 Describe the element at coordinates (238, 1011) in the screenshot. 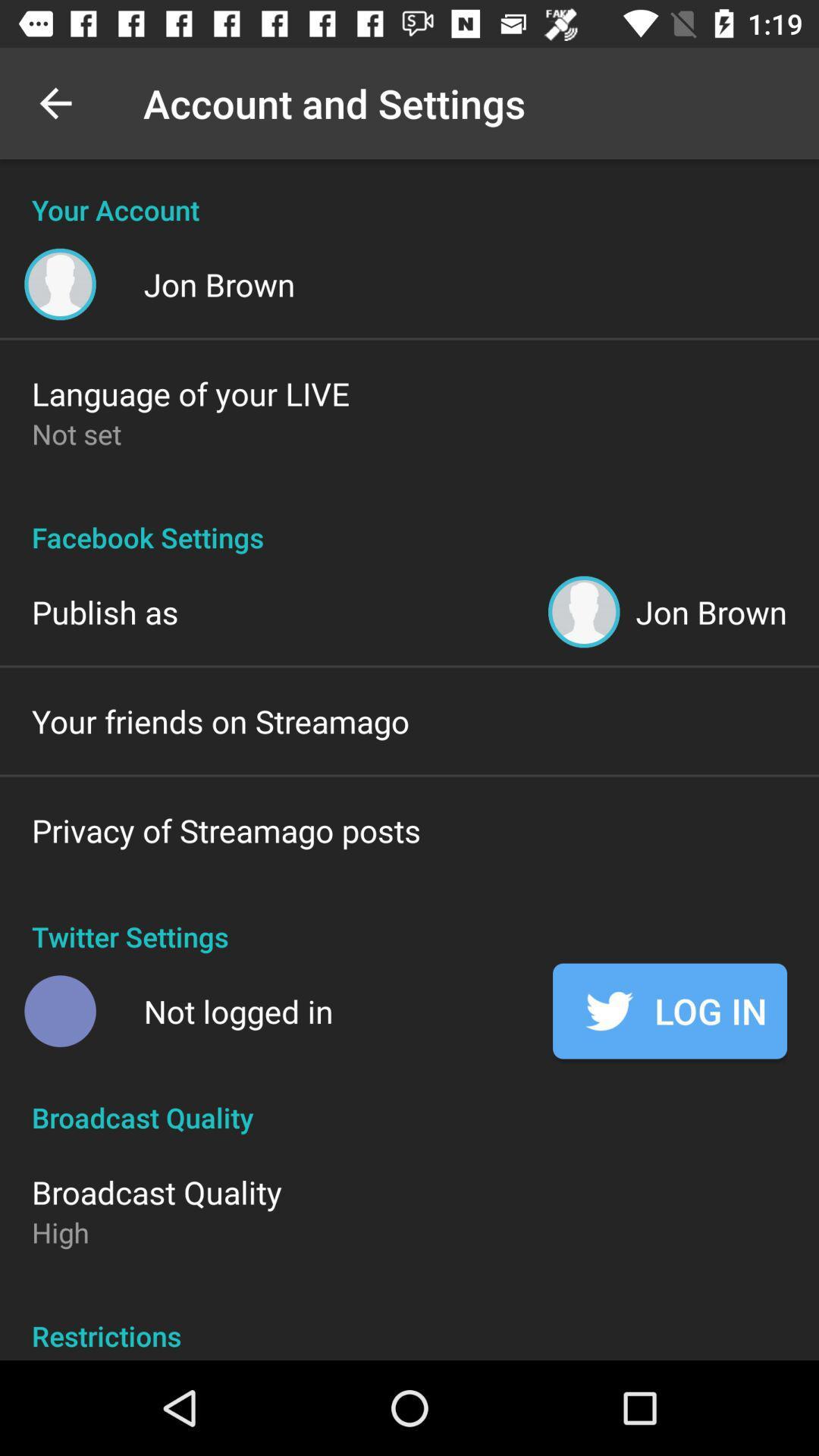

I see `item to the left of the log in item` at that location.